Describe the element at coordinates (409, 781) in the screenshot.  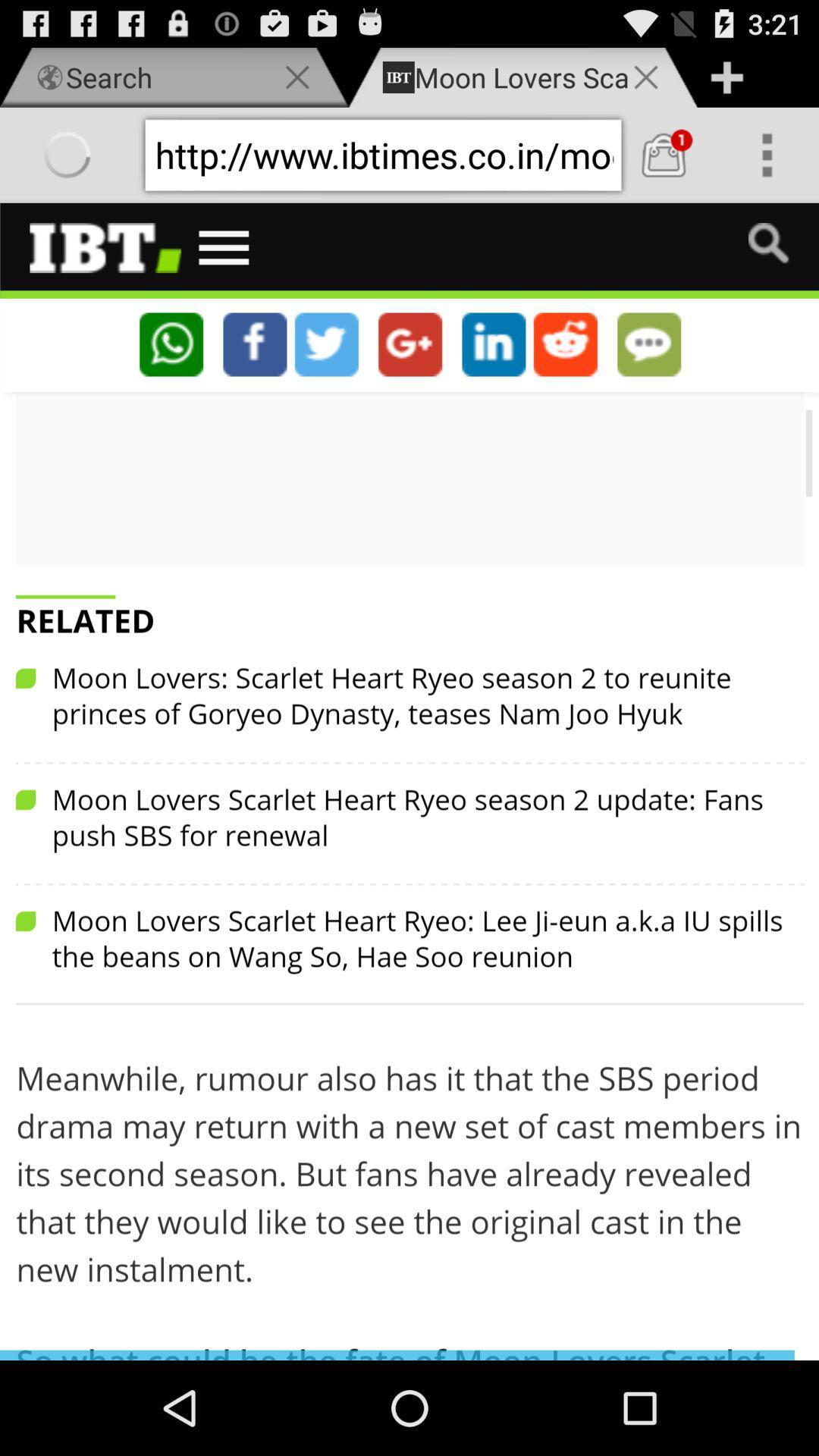
I see `main window` at that location.